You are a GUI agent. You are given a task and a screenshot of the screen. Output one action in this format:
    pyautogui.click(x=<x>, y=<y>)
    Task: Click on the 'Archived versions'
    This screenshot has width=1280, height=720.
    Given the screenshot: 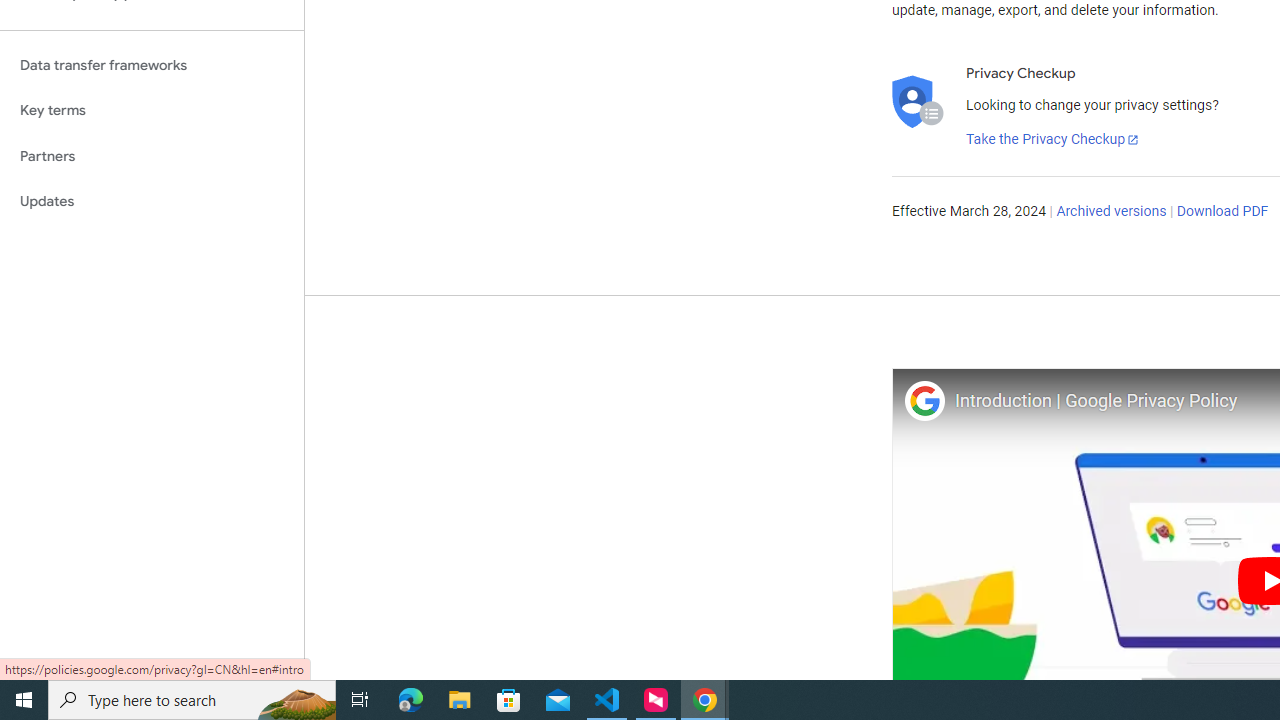 What is the action you would take?
    pyautogui.click(x=1110, y=212)
    